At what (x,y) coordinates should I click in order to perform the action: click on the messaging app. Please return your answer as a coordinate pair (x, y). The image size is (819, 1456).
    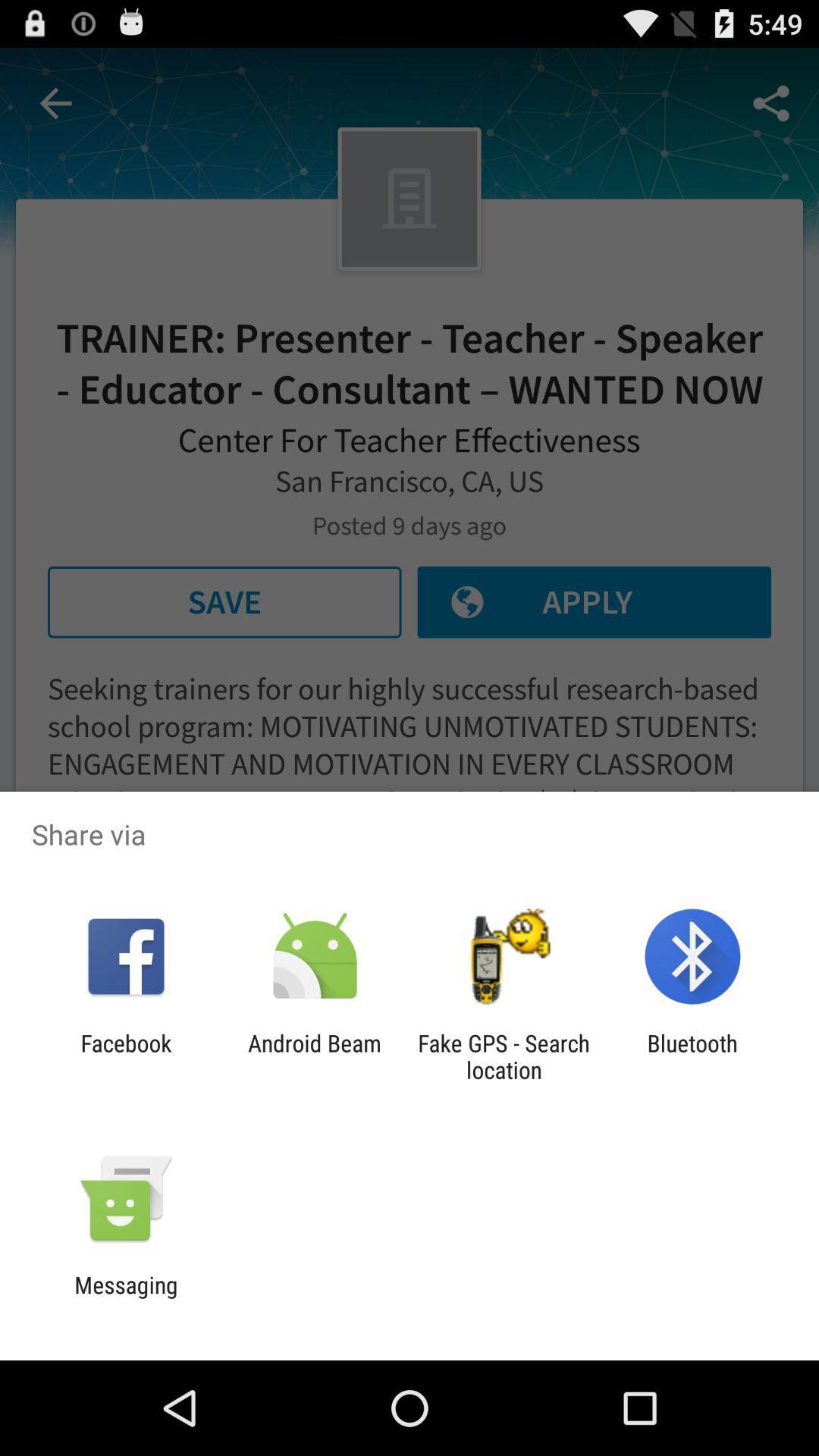
    Looking at the image, I should click on (125, 1298).